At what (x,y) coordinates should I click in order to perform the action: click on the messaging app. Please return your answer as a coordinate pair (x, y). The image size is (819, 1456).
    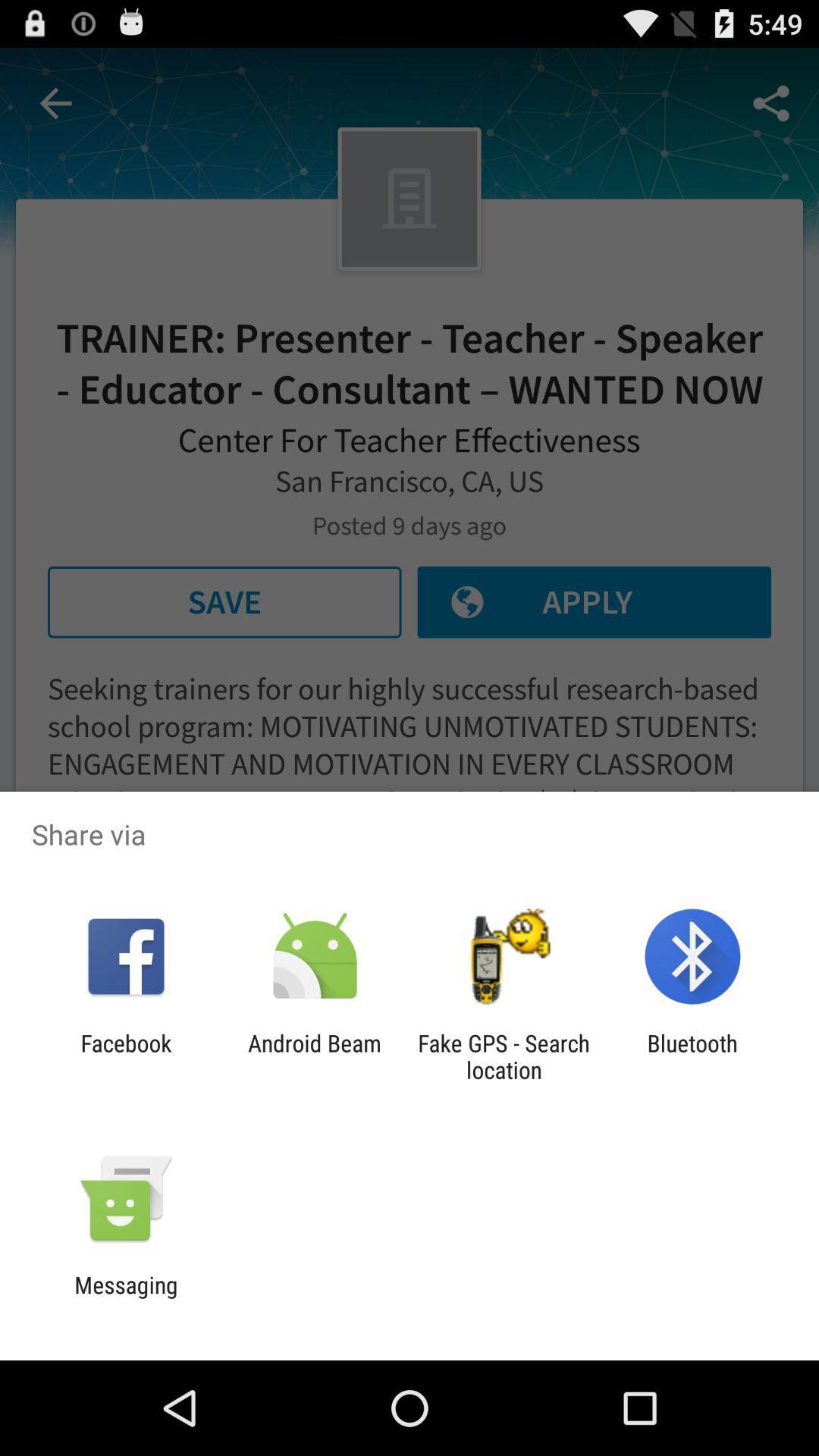
    Looking at the image, I should click on (125, 1298).